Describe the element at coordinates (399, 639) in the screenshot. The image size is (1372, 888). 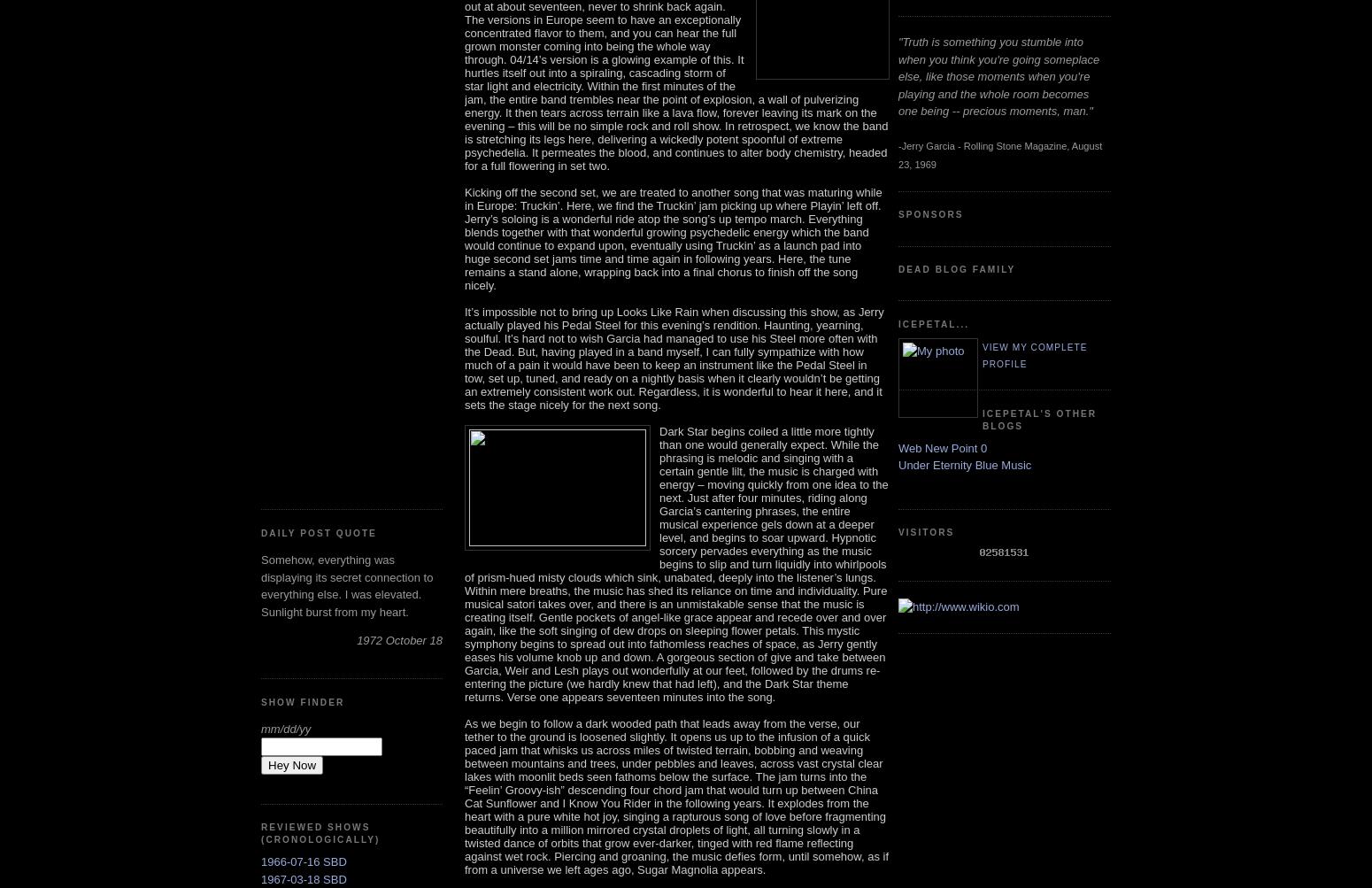
I see `'1972 October 18'` at that location.